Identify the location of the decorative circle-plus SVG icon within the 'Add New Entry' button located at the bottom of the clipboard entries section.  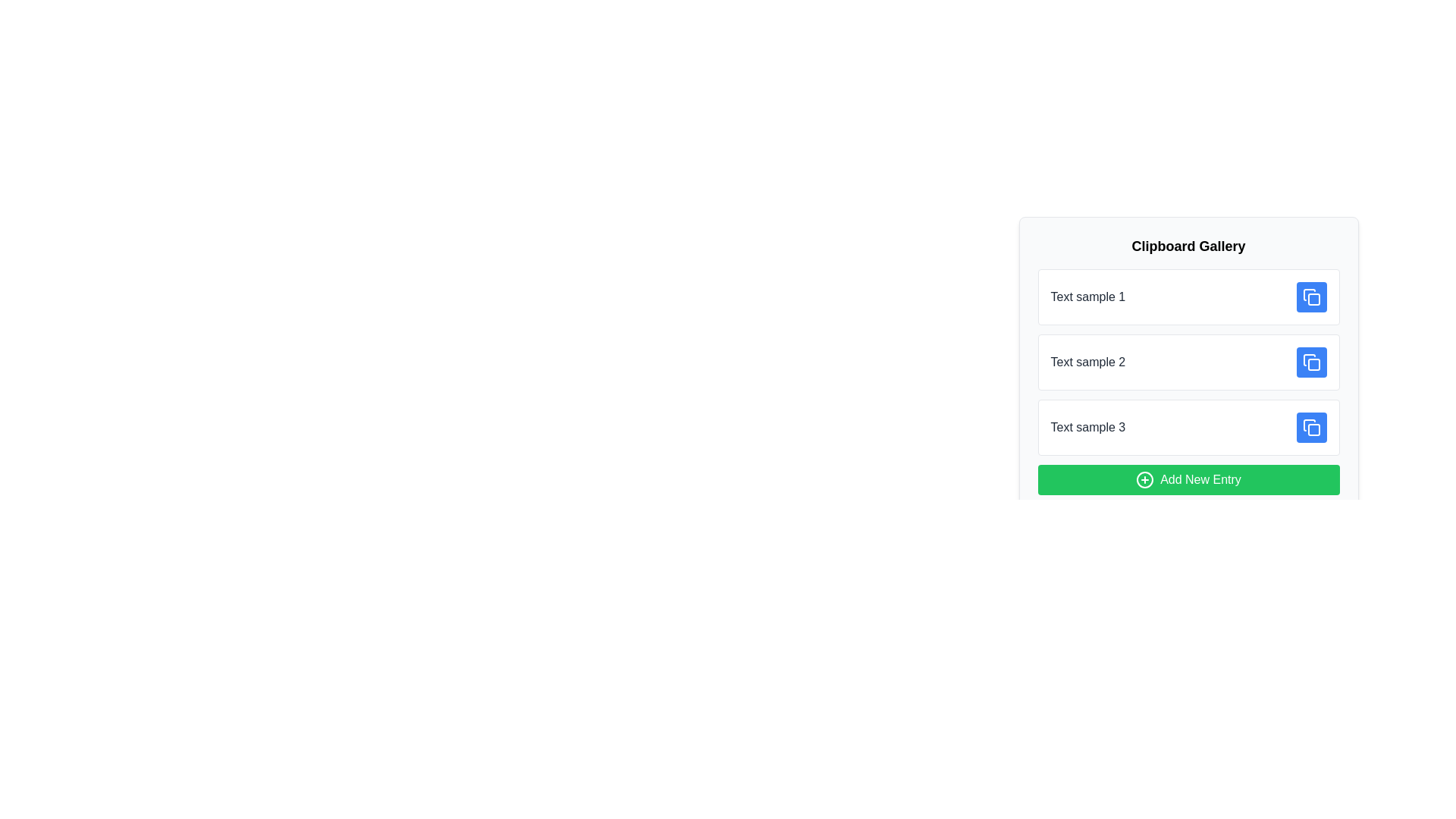
(1145, 479).